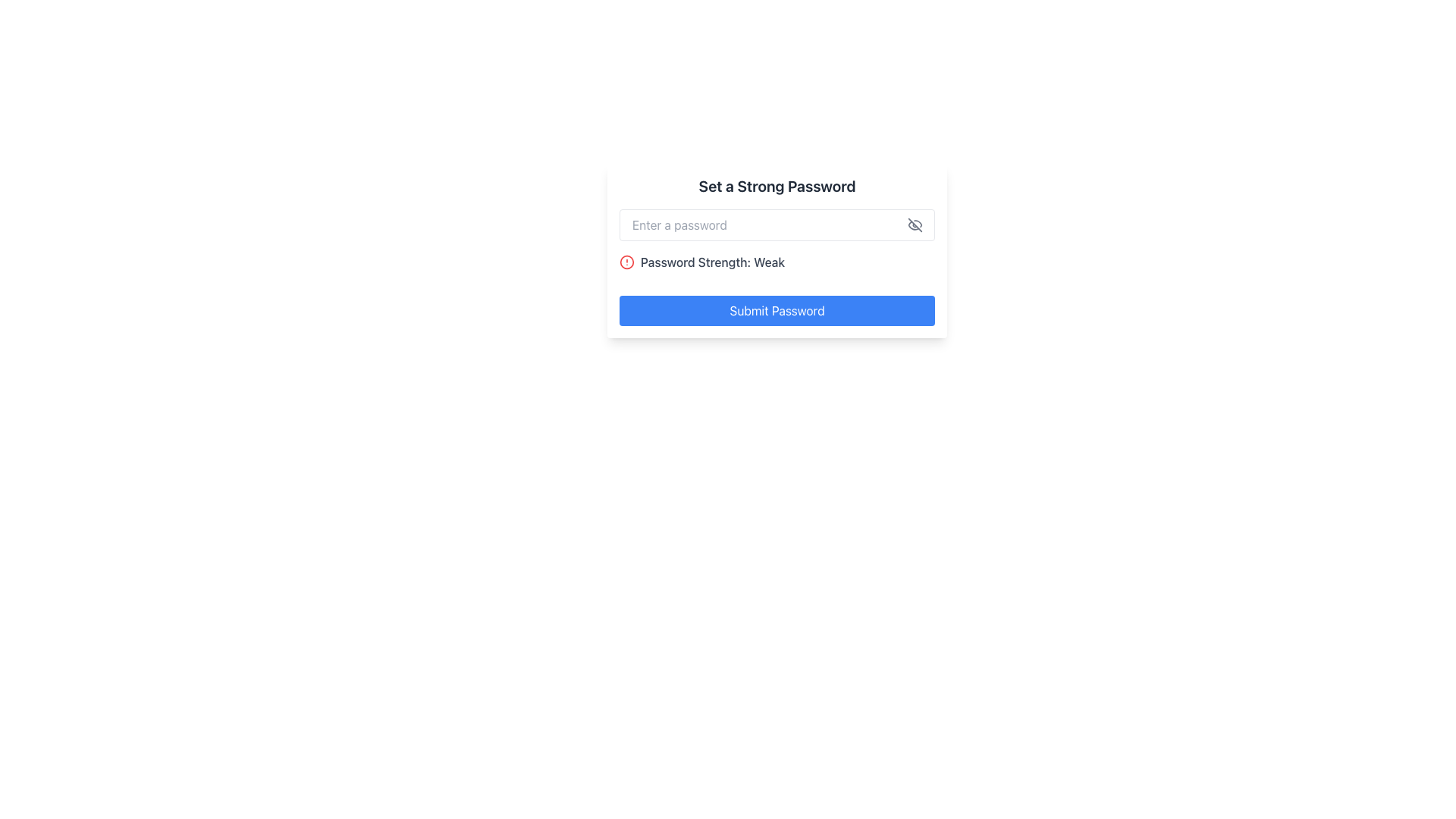 This screenshot has height=819, width=1456. What do you see at coordinates (626, 262) in the screenshot?
I see `the icon indicating password strength, which is positioned to the left of the text 'Password Strength: Weak'` at bounding box center [626, 262].